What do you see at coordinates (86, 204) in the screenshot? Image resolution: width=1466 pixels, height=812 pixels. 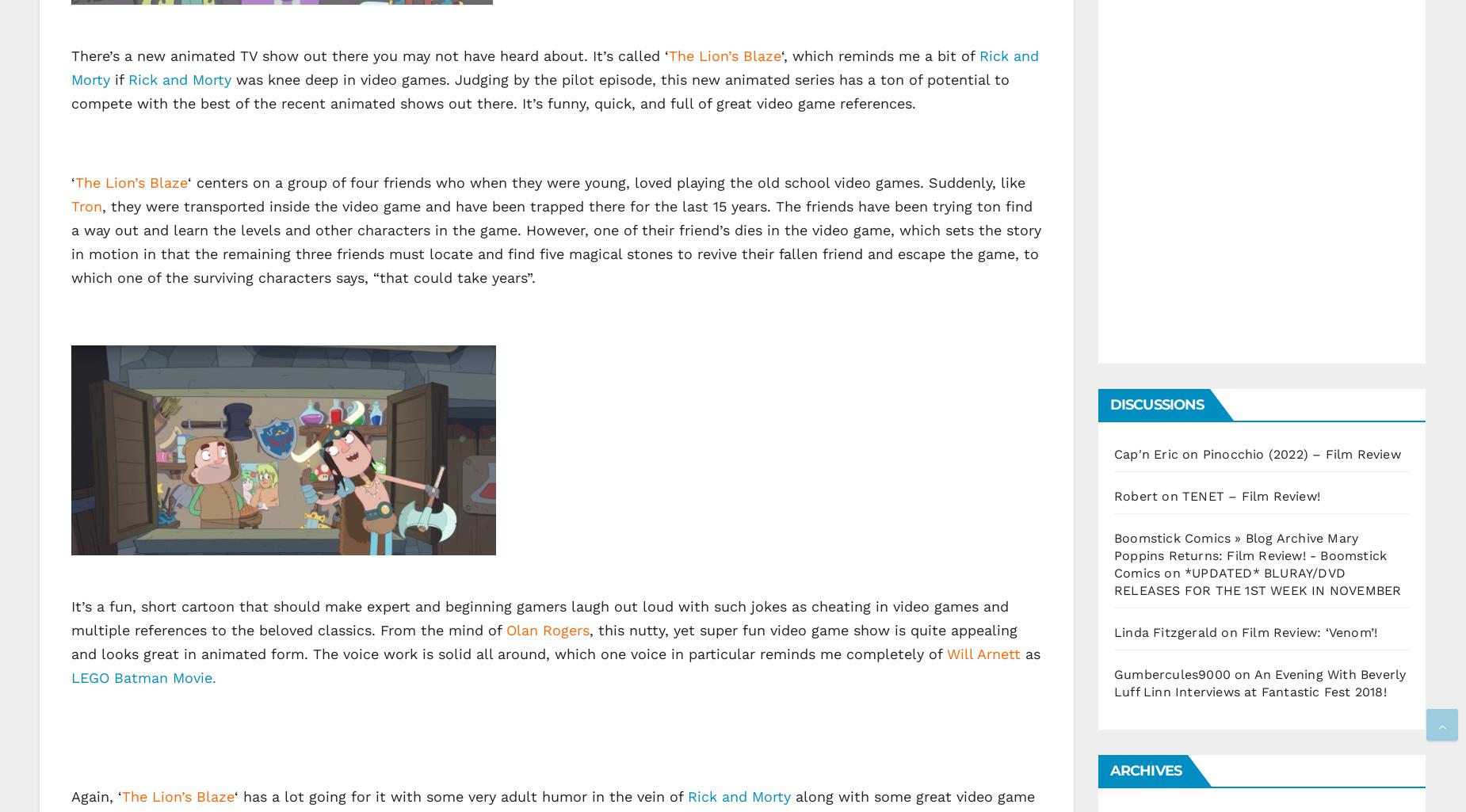 I see `'Tron'` at bounding box center [86, 204].